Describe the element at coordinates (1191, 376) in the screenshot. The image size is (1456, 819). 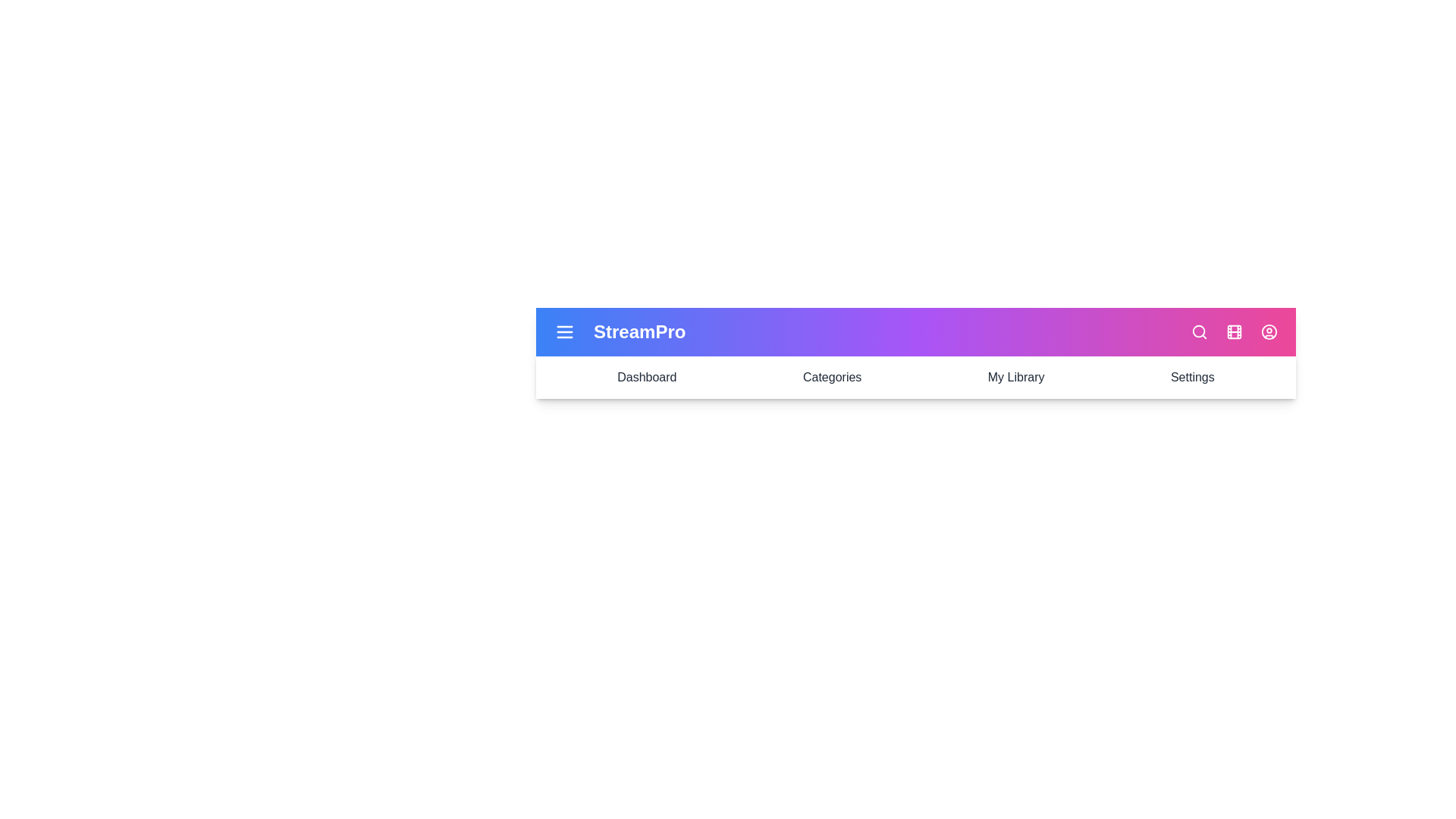
I see `the menu item Settings` at that location.